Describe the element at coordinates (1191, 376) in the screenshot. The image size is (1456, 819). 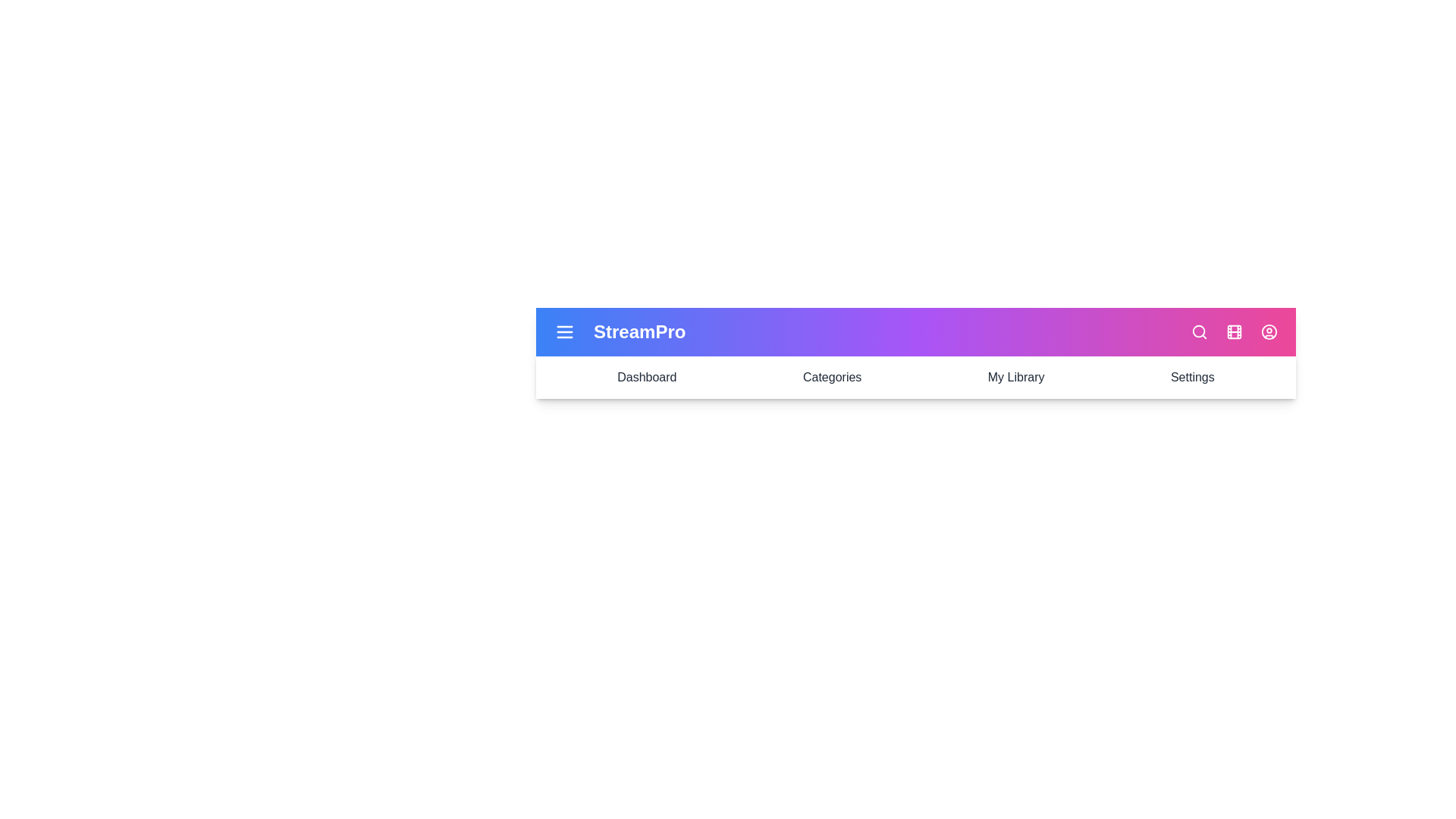
I see `the menu item Settings` at that location.